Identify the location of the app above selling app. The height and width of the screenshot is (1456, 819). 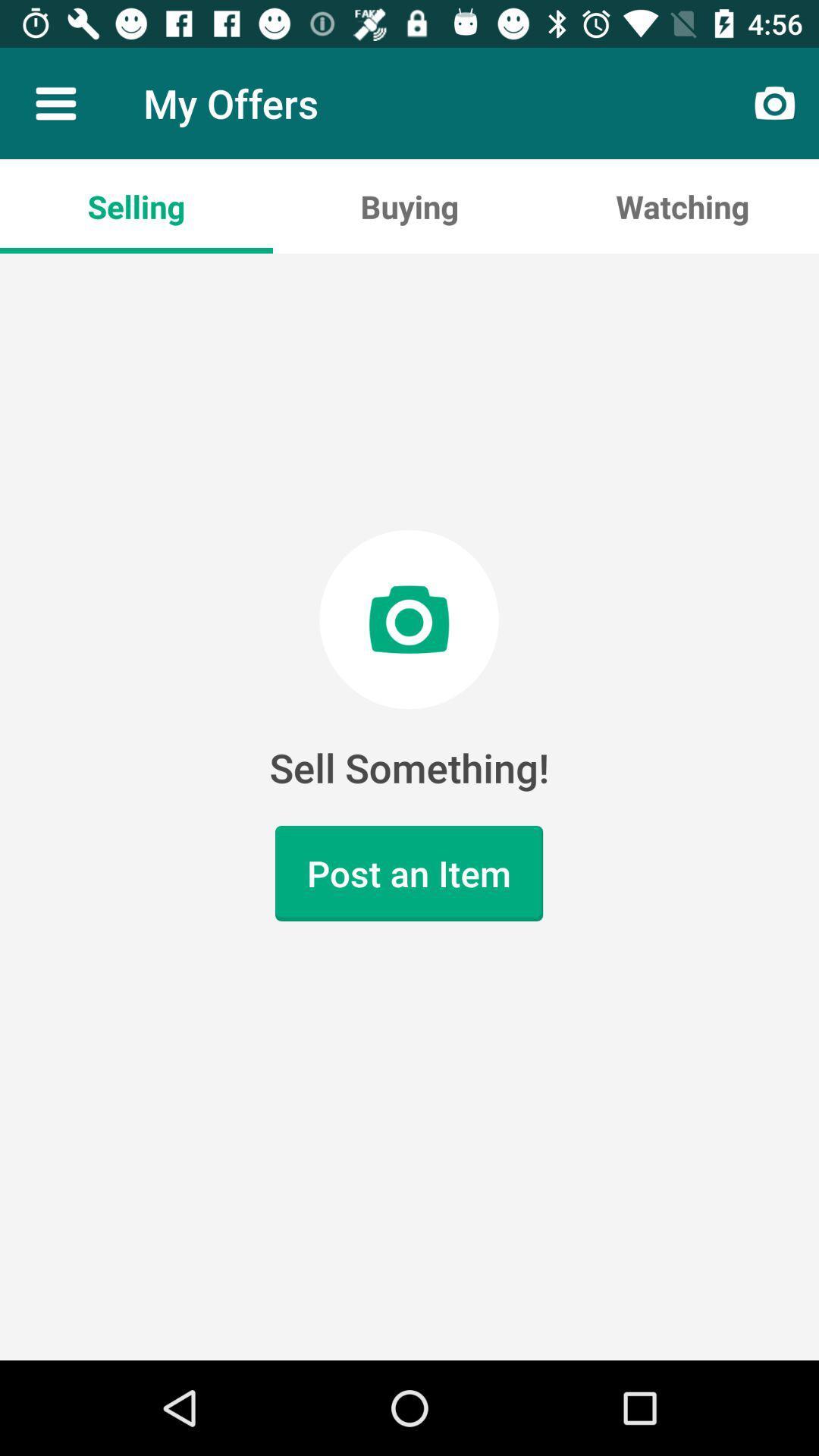
(55, 102).